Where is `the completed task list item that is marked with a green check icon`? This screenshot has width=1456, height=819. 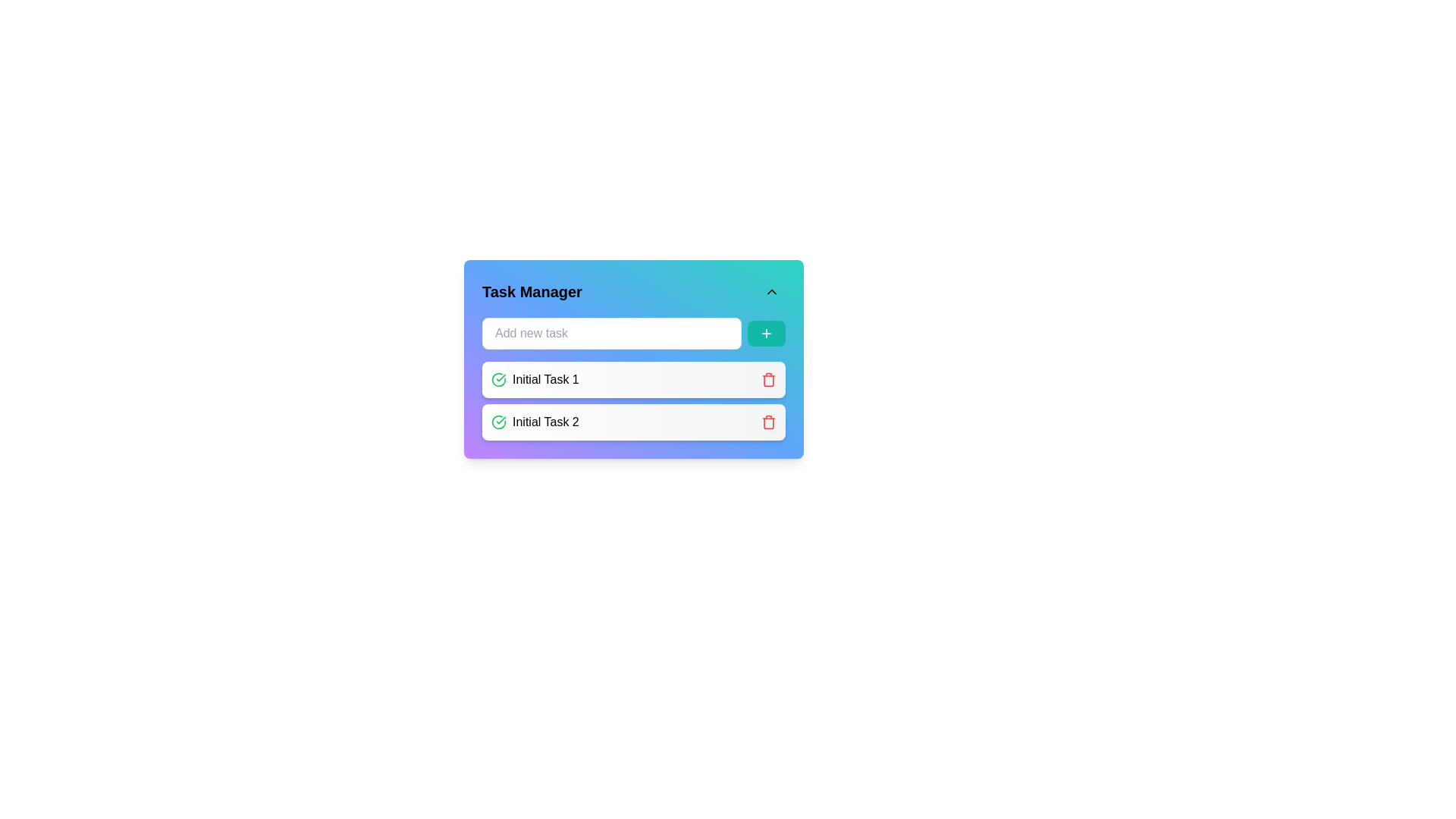
the completed task list item that is marked with a green check icon is located at coordinates (535, 379).